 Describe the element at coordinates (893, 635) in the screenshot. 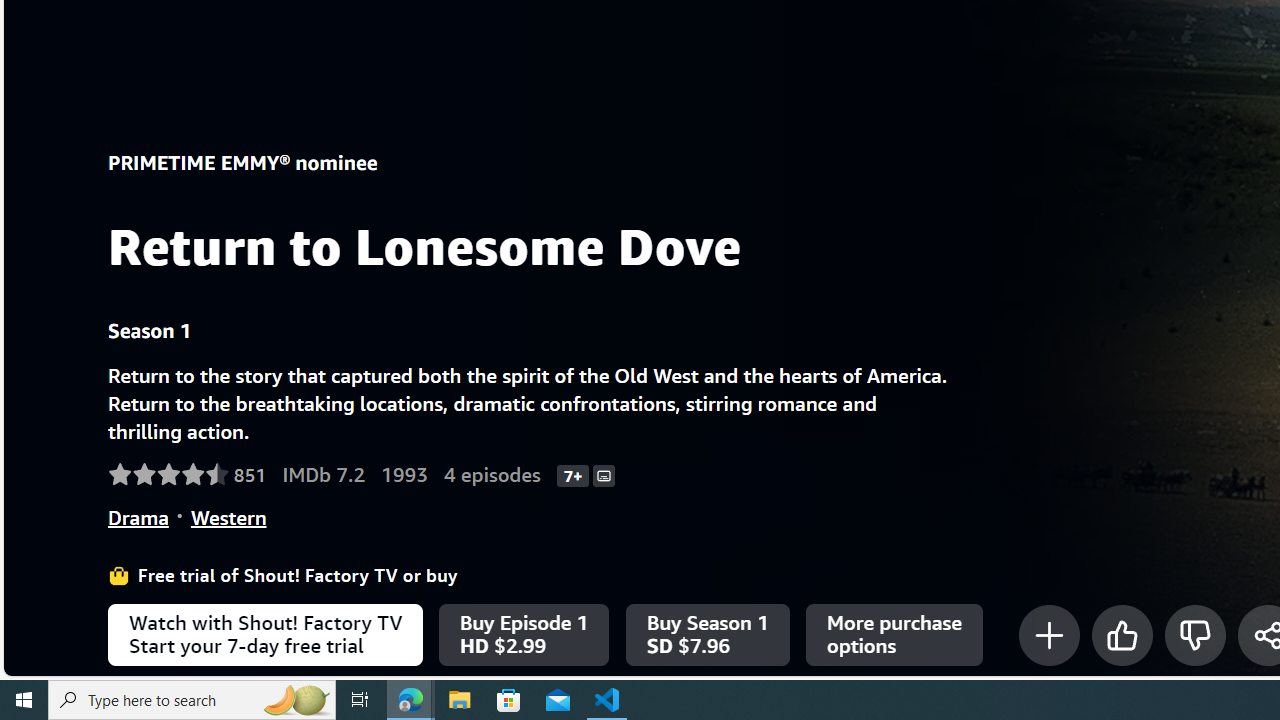

I see `'More purchase options'` at that location.